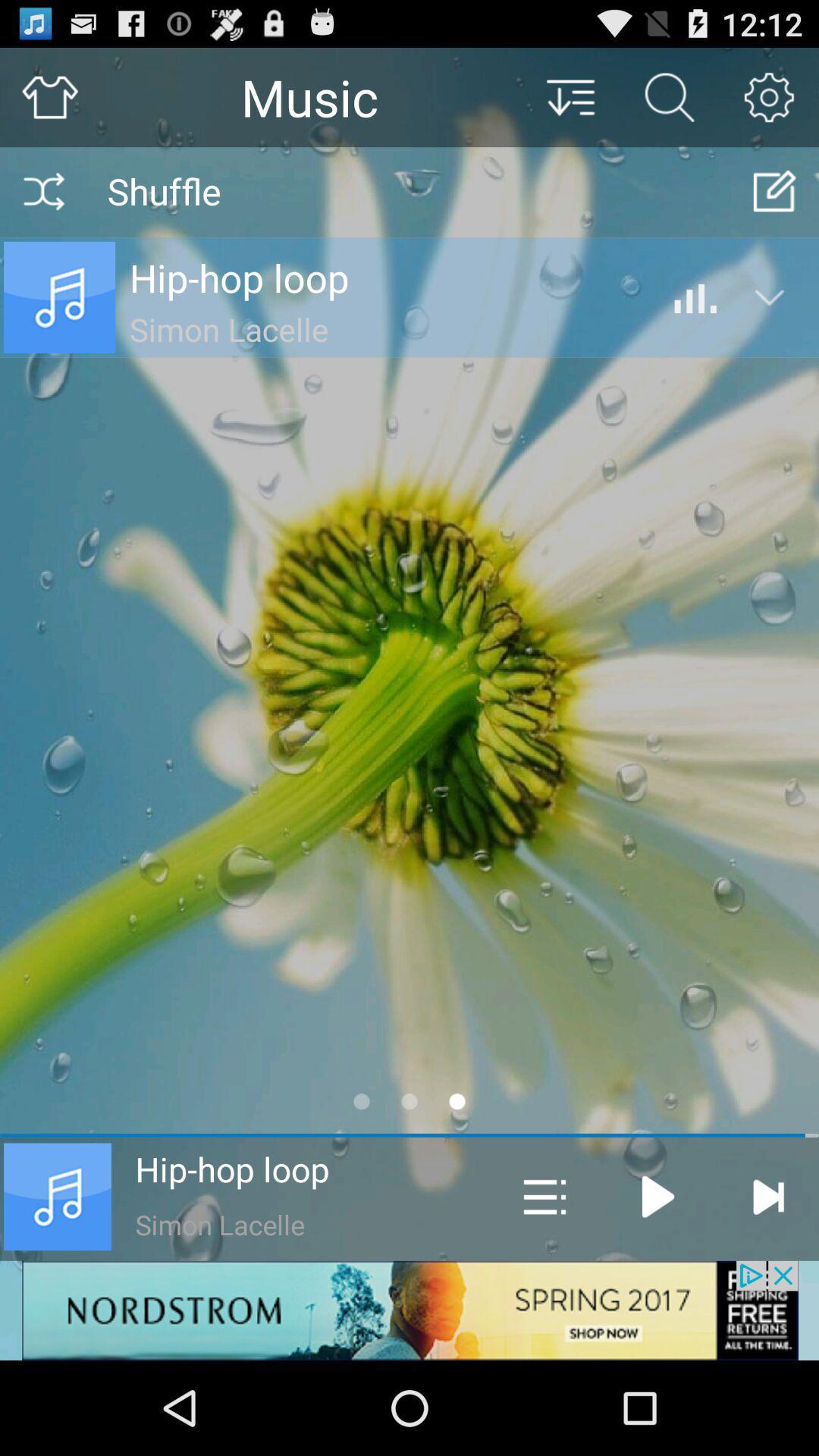 This screenshot has width=819, height=1456. What do you see at coordinates (409, 1310) in the screenshot?
I see `the app below simon lacelle` at bounding box center [409, 1310].